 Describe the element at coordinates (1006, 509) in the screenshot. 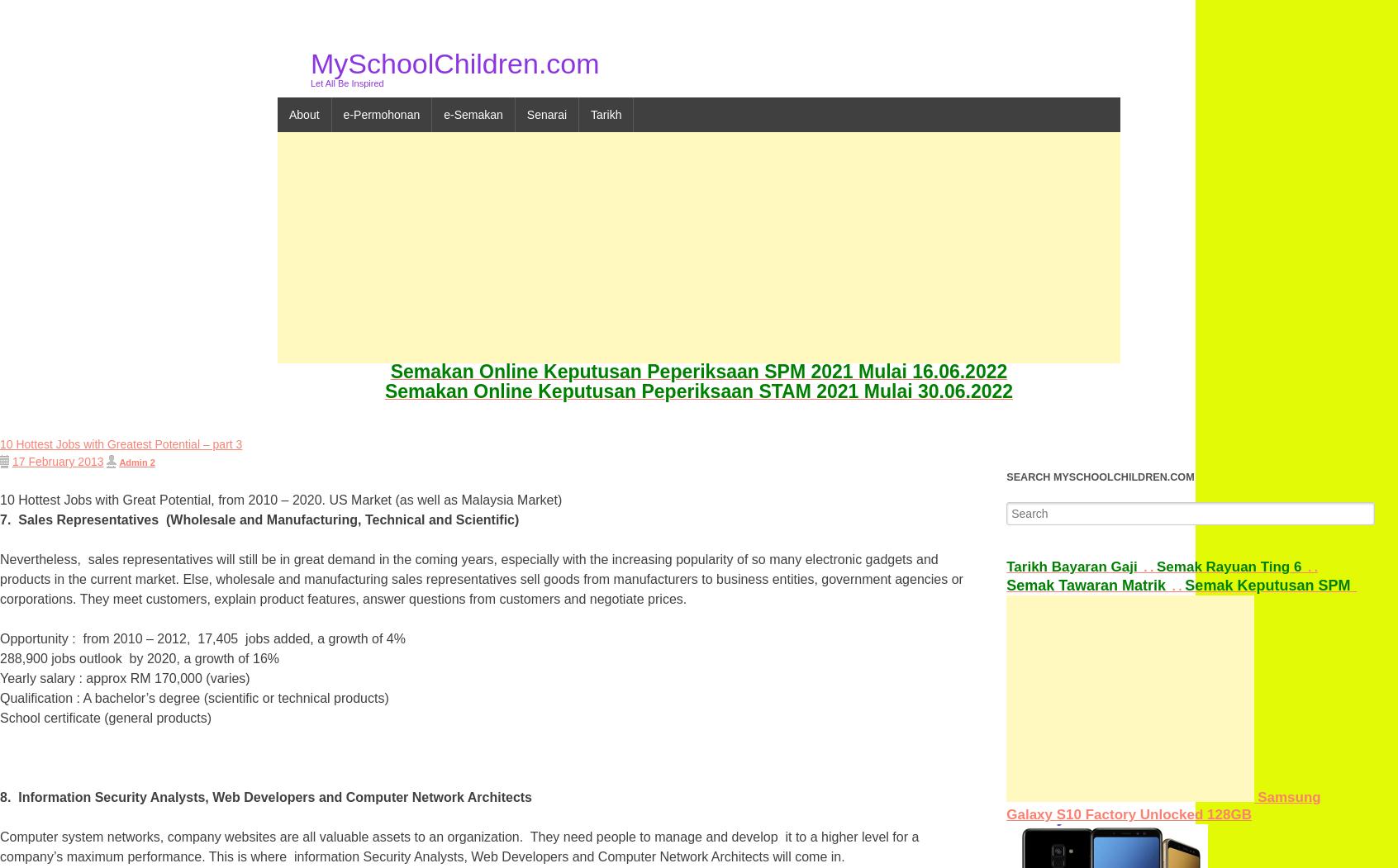

I see `'Search for:'` at that location.